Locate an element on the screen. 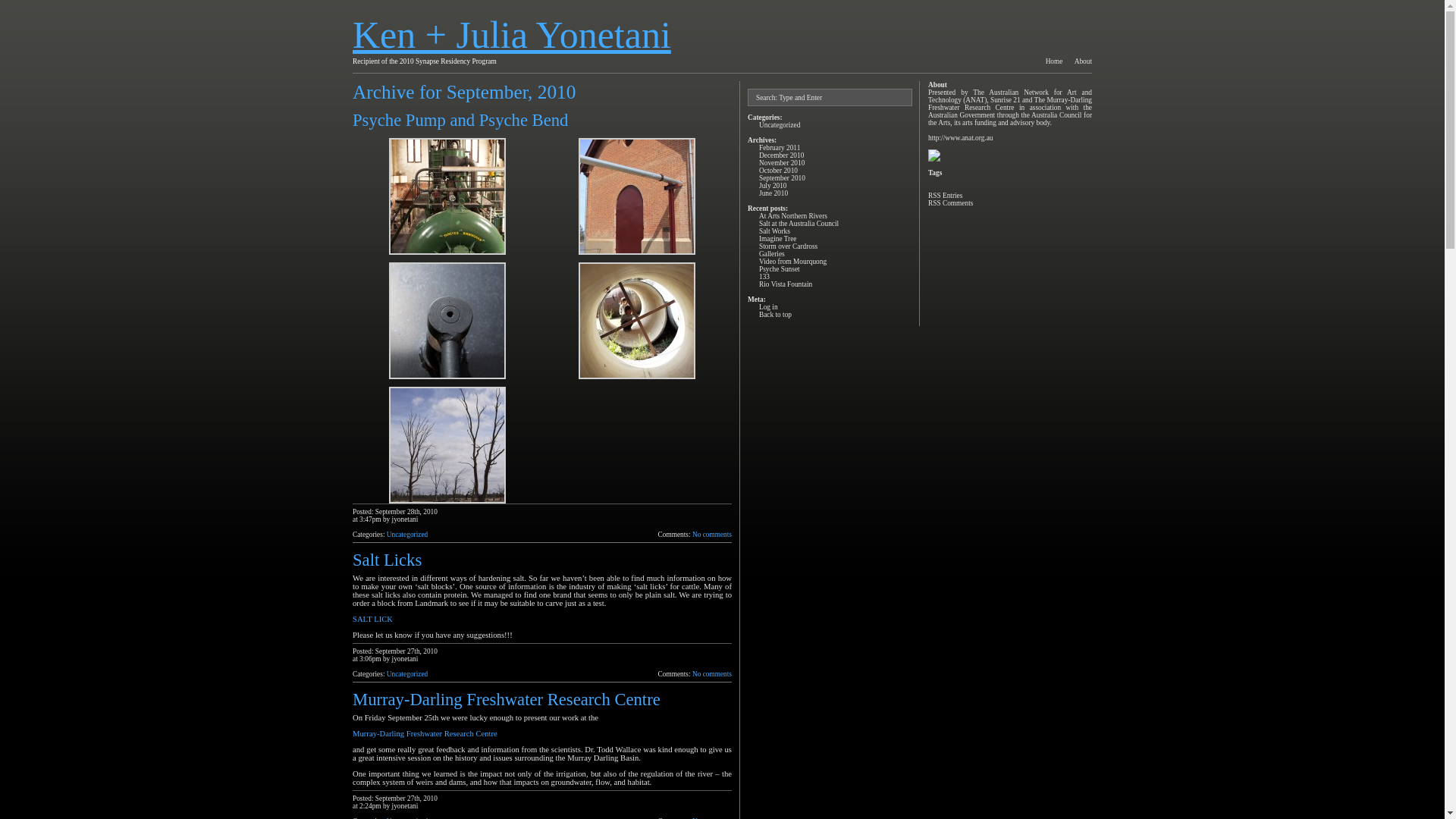 Image resolution: width=1456 pixels, height=819 pixels. 'RSS Entries' is located at coordinates (944, 195).